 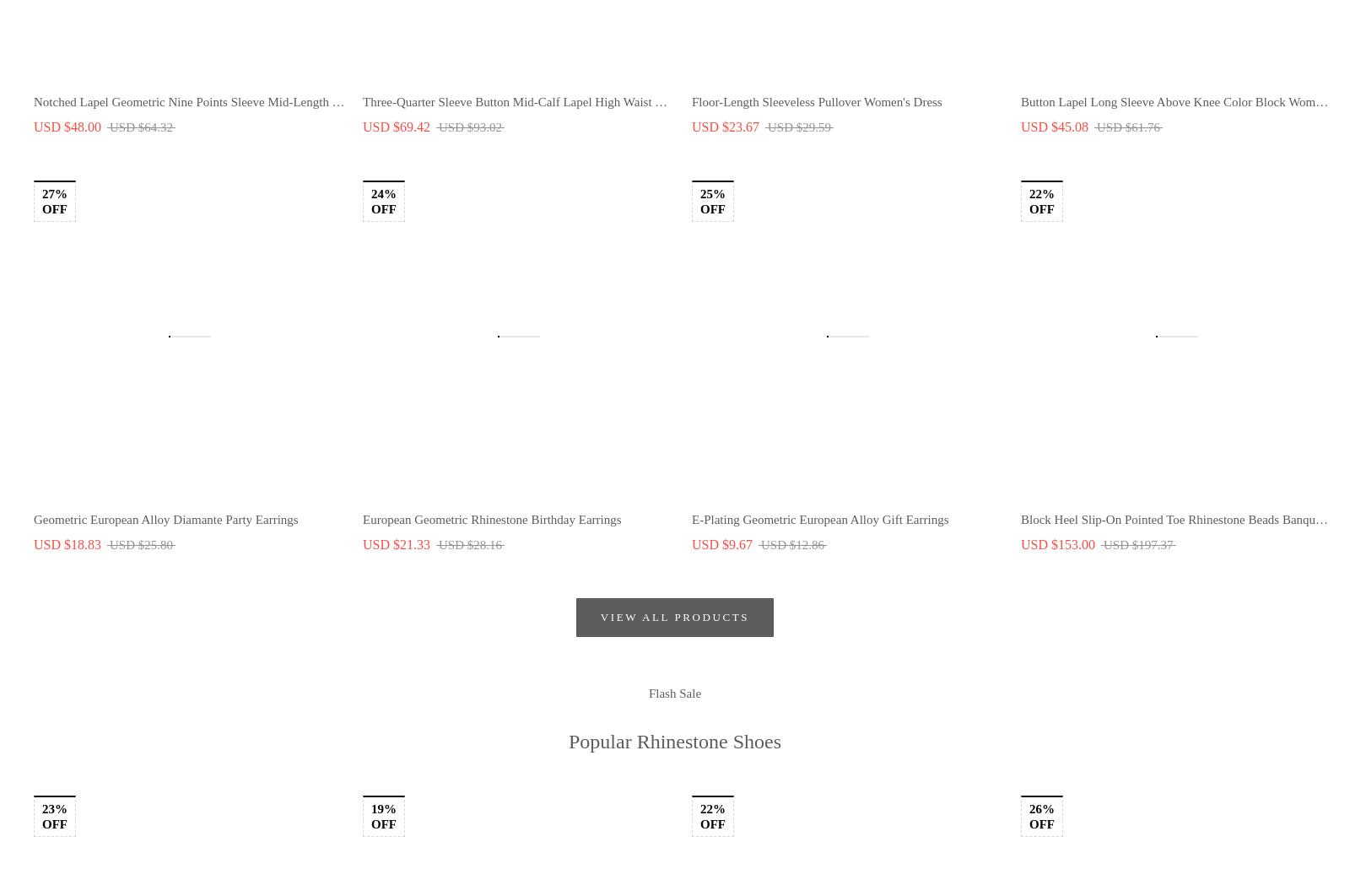 What do you see at coordinates (529, 329) in the screenshot?
I see `'Newsletter'` at bounding box center [529, 329].